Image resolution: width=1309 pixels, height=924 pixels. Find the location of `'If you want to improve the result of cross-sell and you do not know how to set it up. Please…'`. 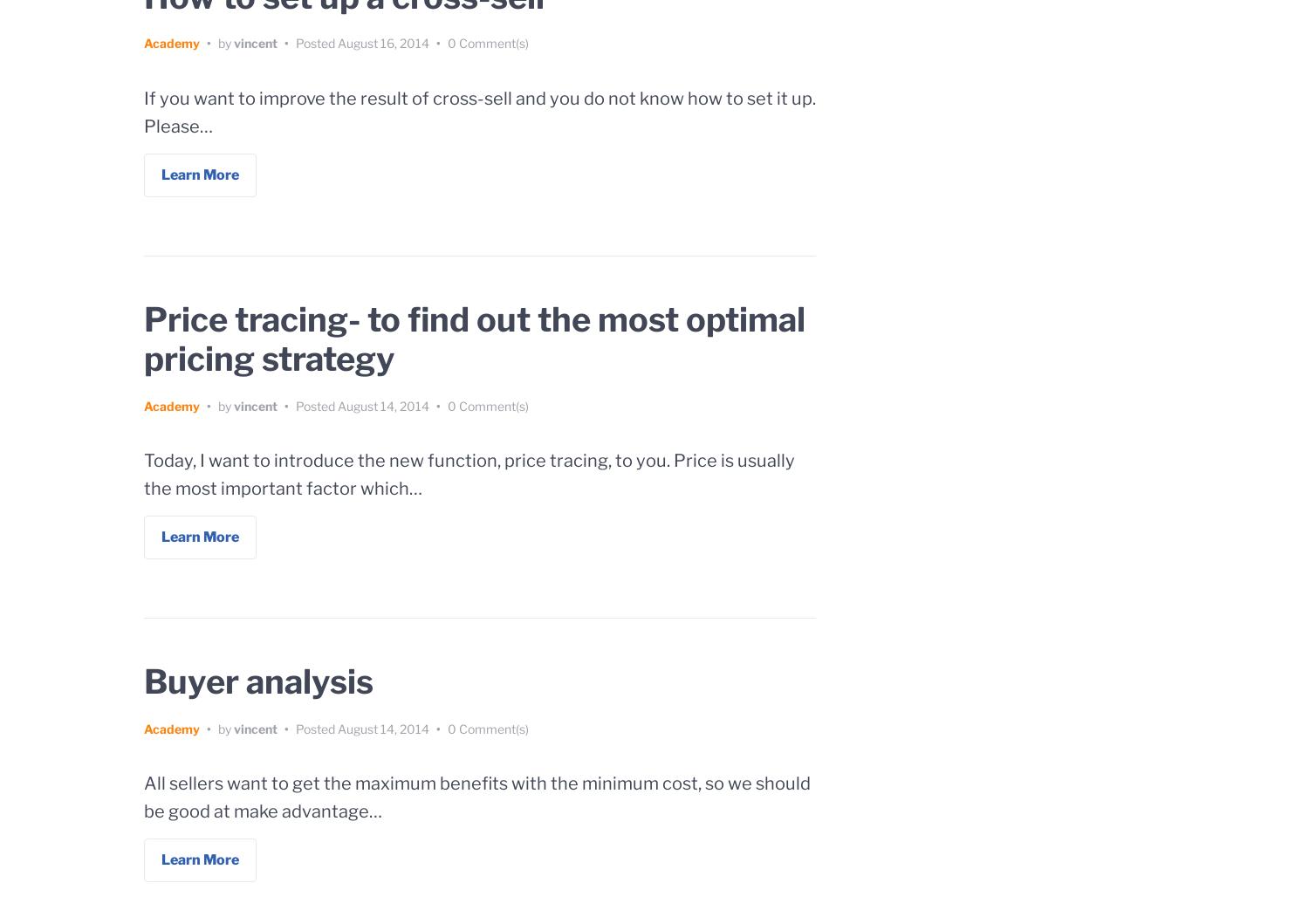

'If you want to improve the result of cross-sell and you do not know how to set it up. Please…' is located at coordinates (144, 111).